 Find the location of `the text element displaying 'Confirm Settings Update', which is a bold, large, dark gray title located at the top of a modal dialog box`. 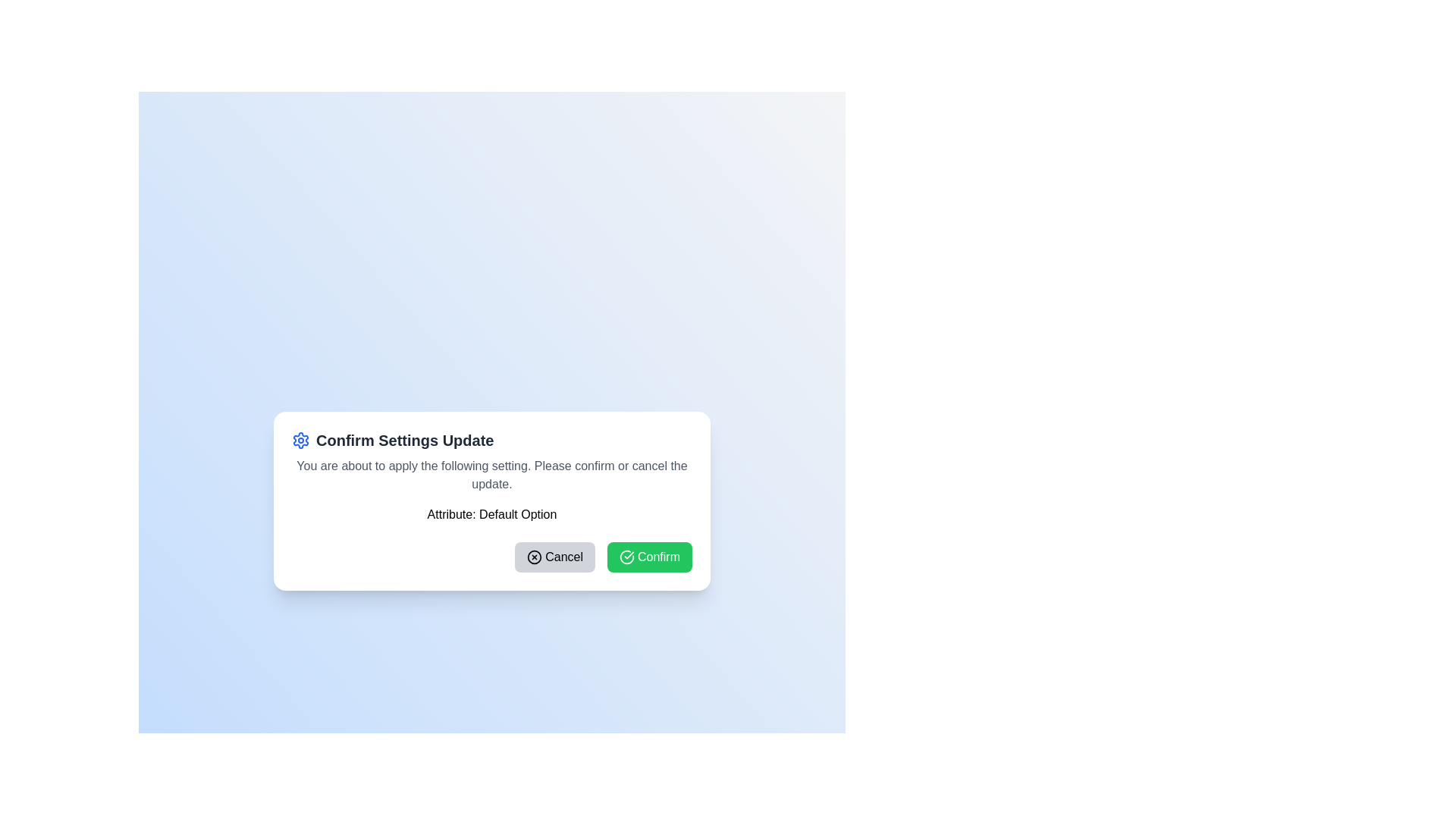

the text element displaying 'Confirm Settings Update', which is a bold, large, dark gray title located at the top of a modal dialog box is located at coordinates (405, 441).